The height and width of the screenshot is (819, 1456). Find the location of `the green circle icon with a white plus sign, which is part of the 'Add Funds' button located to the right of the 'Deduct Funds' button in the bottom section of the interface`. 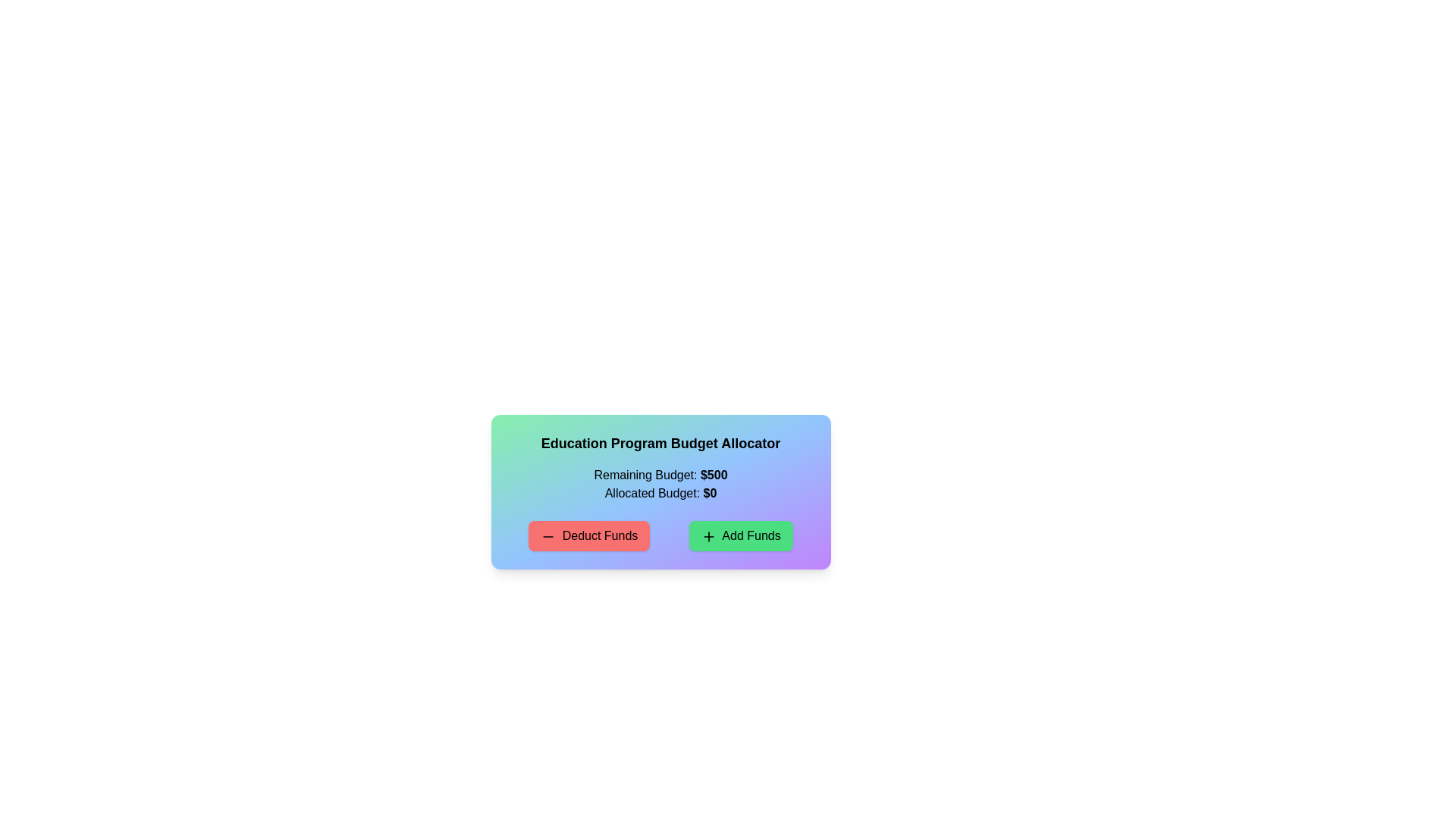

the green circle icon with a white plus sign, which is part of the 'Add Funds' button located to the right of the 'Deduct Funds' button in the bottom section of the interface is located at coordinates (708, 535).